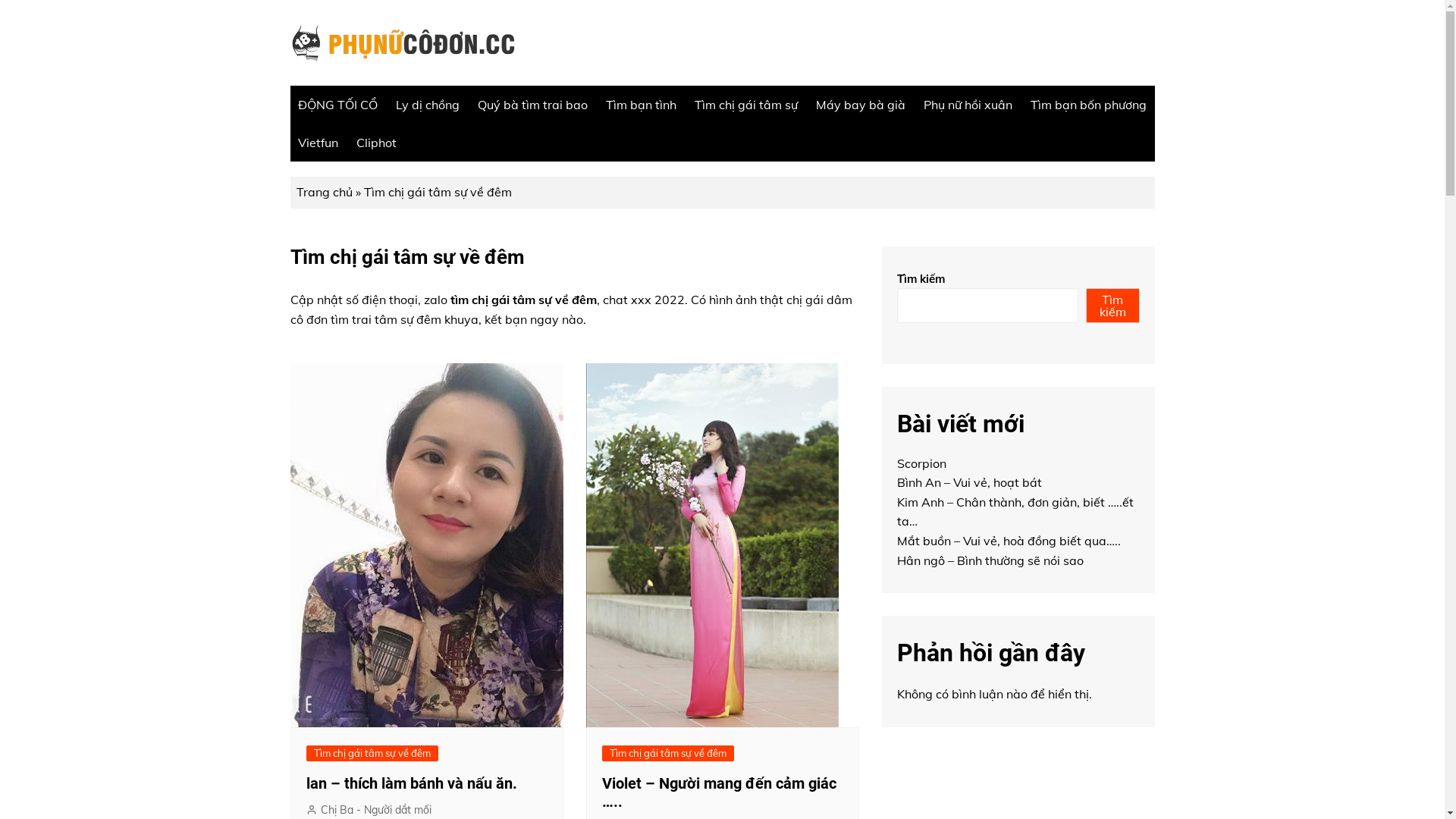 The width and height of the screenshot is (1456, 819). What do you see at coordinates (316, 143) in the screenshot?
I see `'Vietfun'` at bounding box center [316, 143].